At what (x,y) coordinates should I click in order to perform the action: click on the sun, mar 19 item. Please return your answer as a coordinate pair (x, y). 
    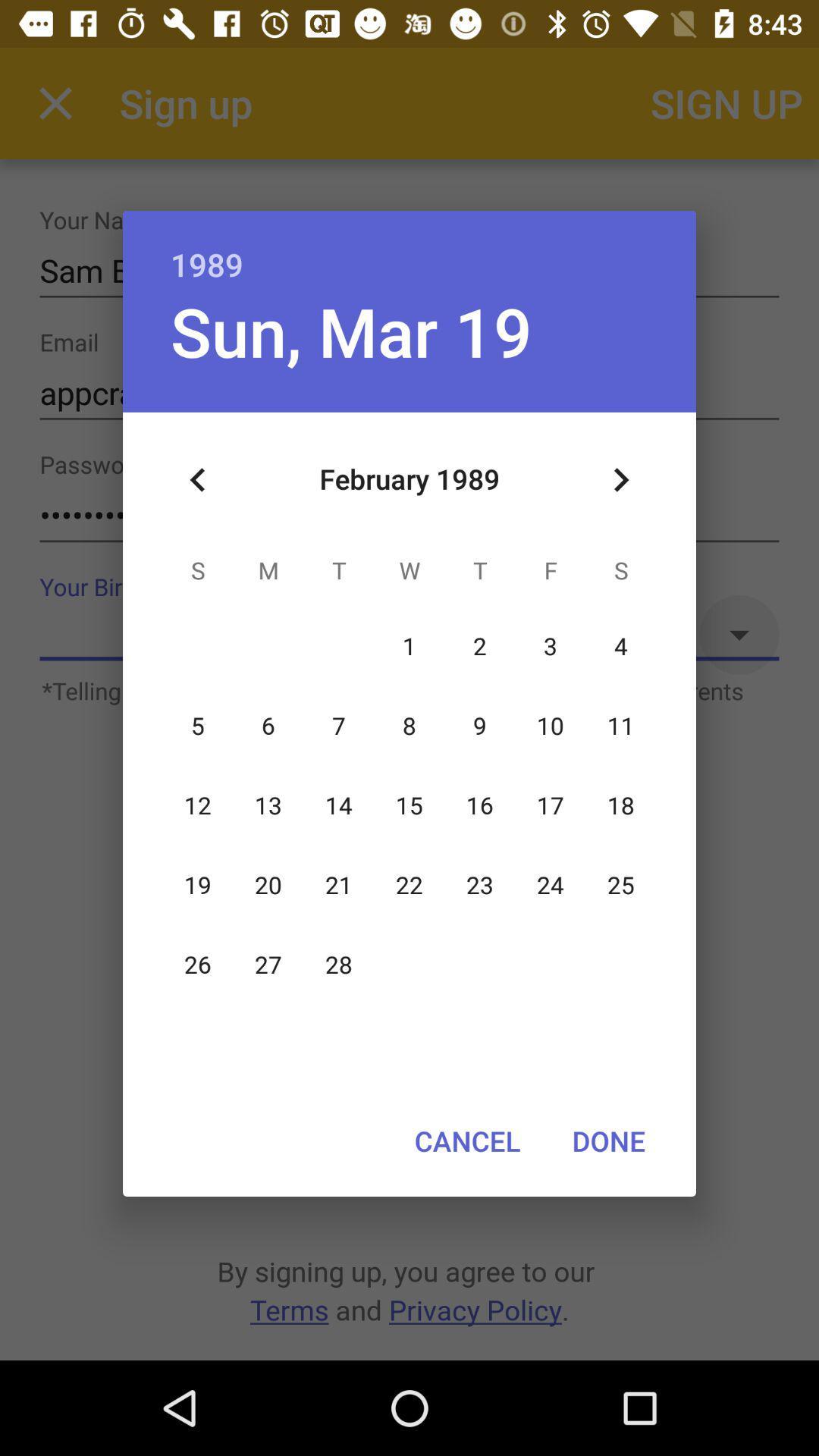
    Looking at the image, I should click on (351, 330).